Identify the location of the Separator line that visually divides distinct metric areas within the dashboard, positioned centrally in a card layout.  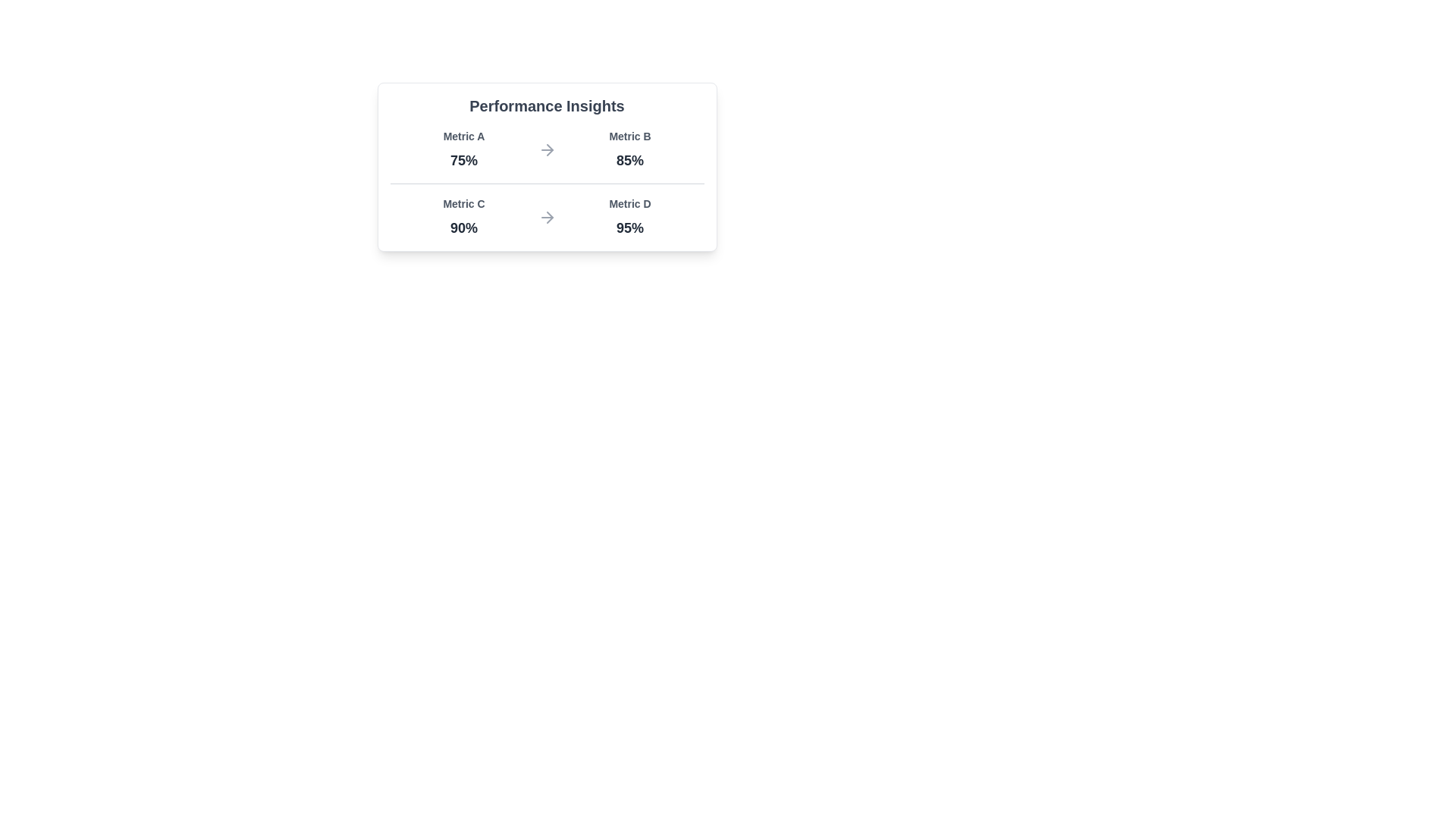
(546, 183).